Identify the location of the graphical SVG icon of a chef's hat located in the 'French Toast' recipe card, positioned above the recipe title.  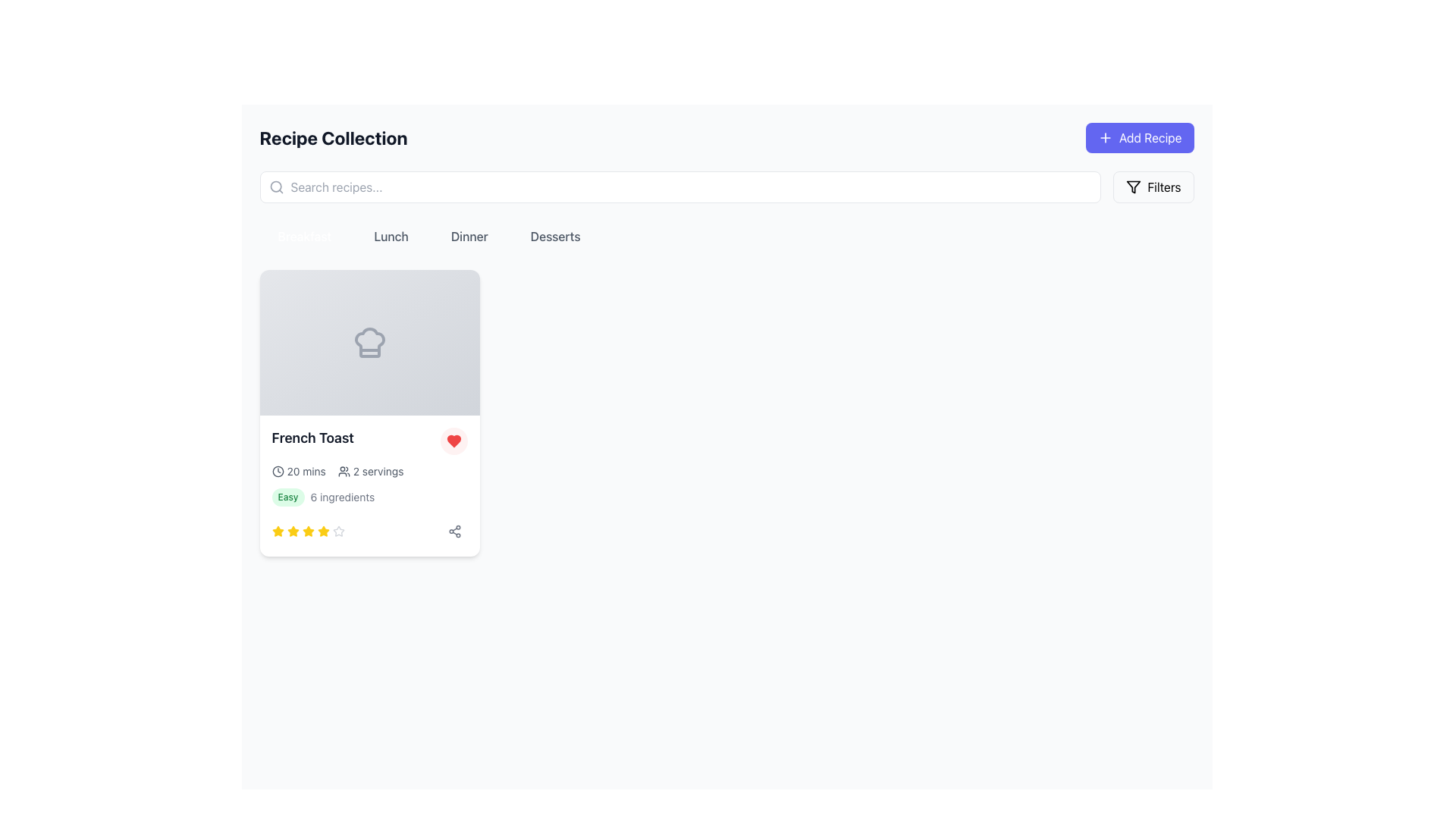
(369, 342).